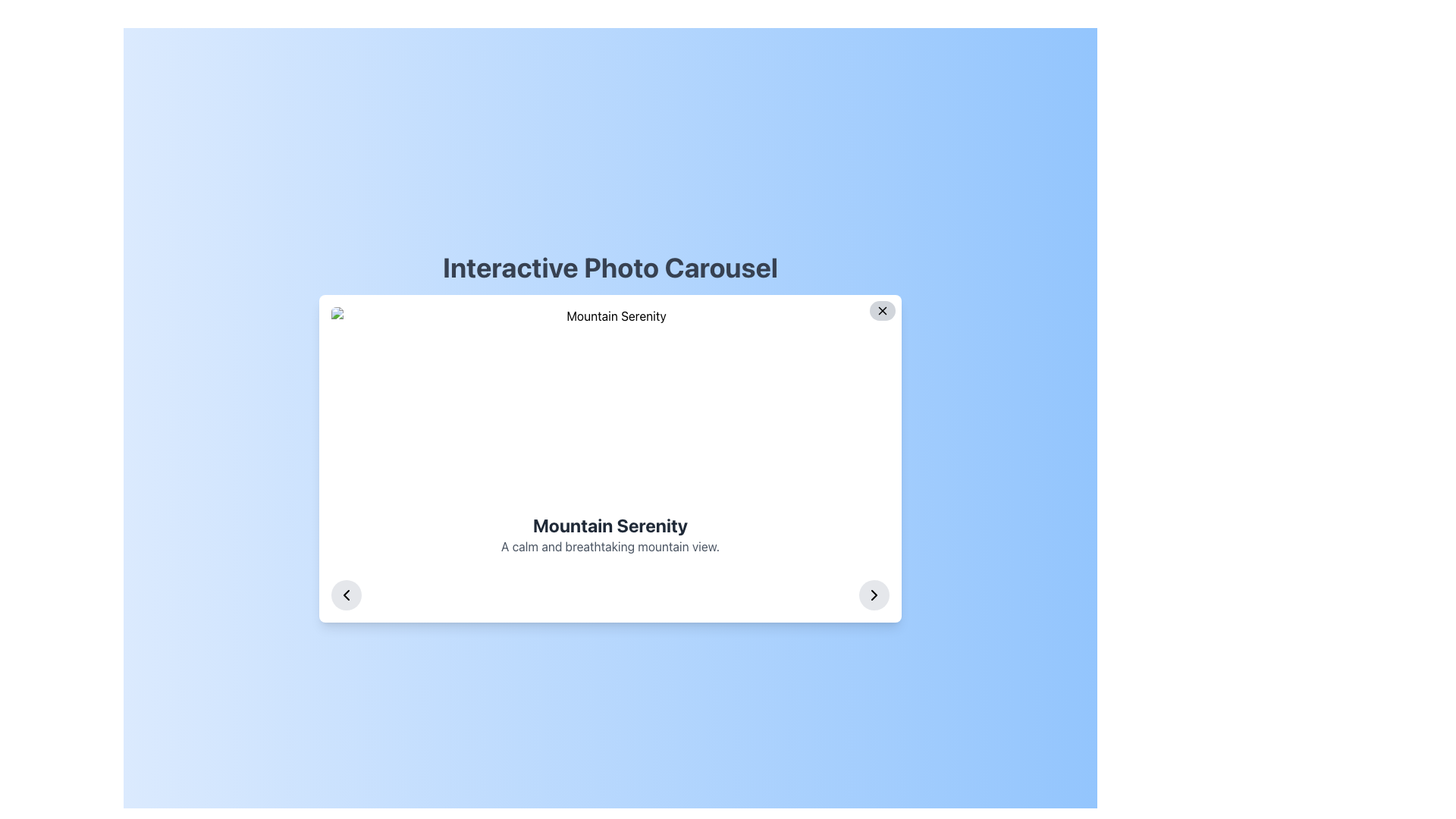 The image size is (1456, 819). I want to click on the right-facing chevron icon located within a circular button at the bottom-right corner of the 'Interactive Photo Carousel' panel, so click(874, 595).